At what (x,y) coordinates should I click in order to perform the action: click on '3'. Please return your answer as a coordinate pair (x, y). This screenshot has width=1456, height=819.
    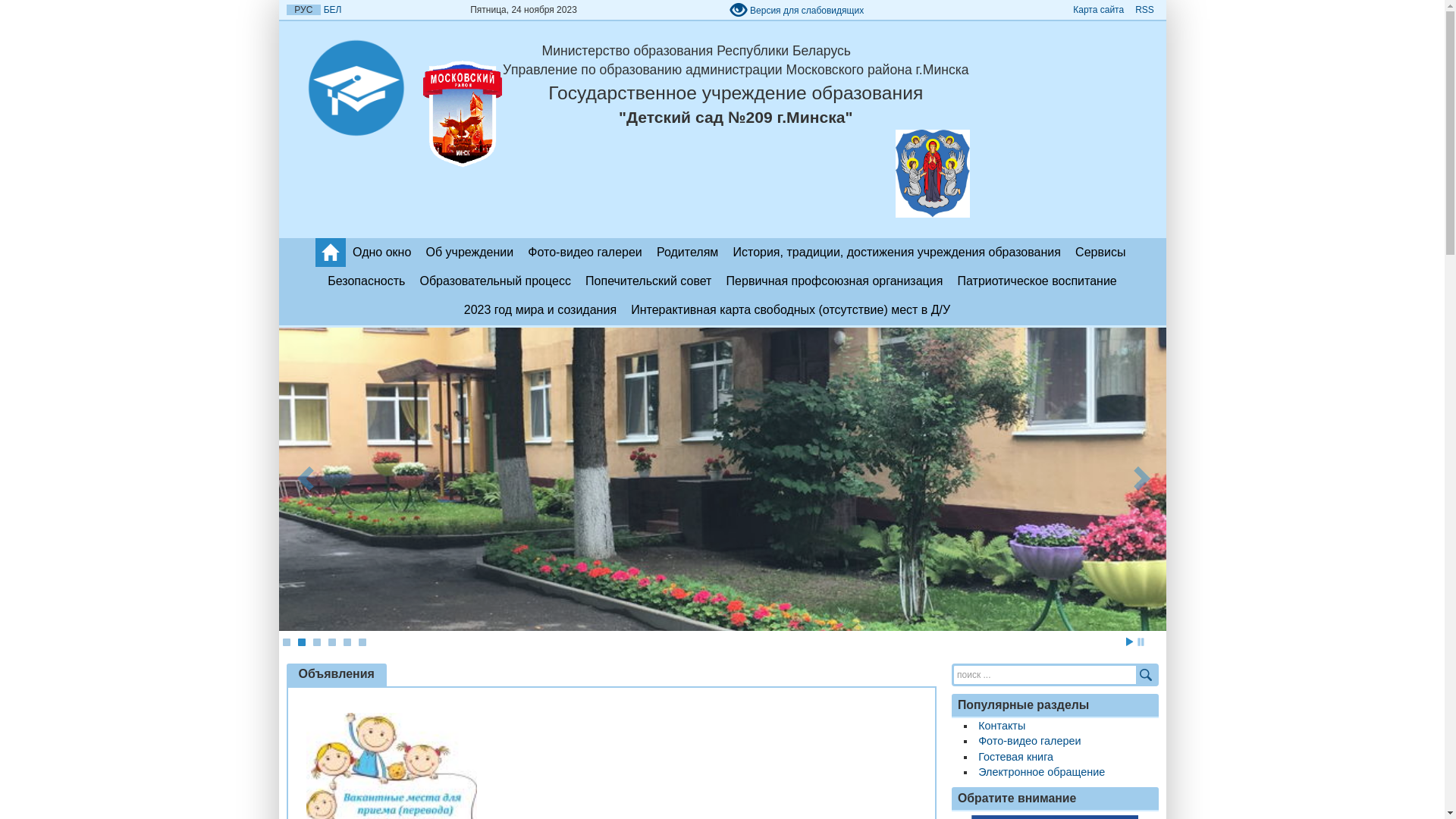
    Looking at the image, I should click on (315, 642).